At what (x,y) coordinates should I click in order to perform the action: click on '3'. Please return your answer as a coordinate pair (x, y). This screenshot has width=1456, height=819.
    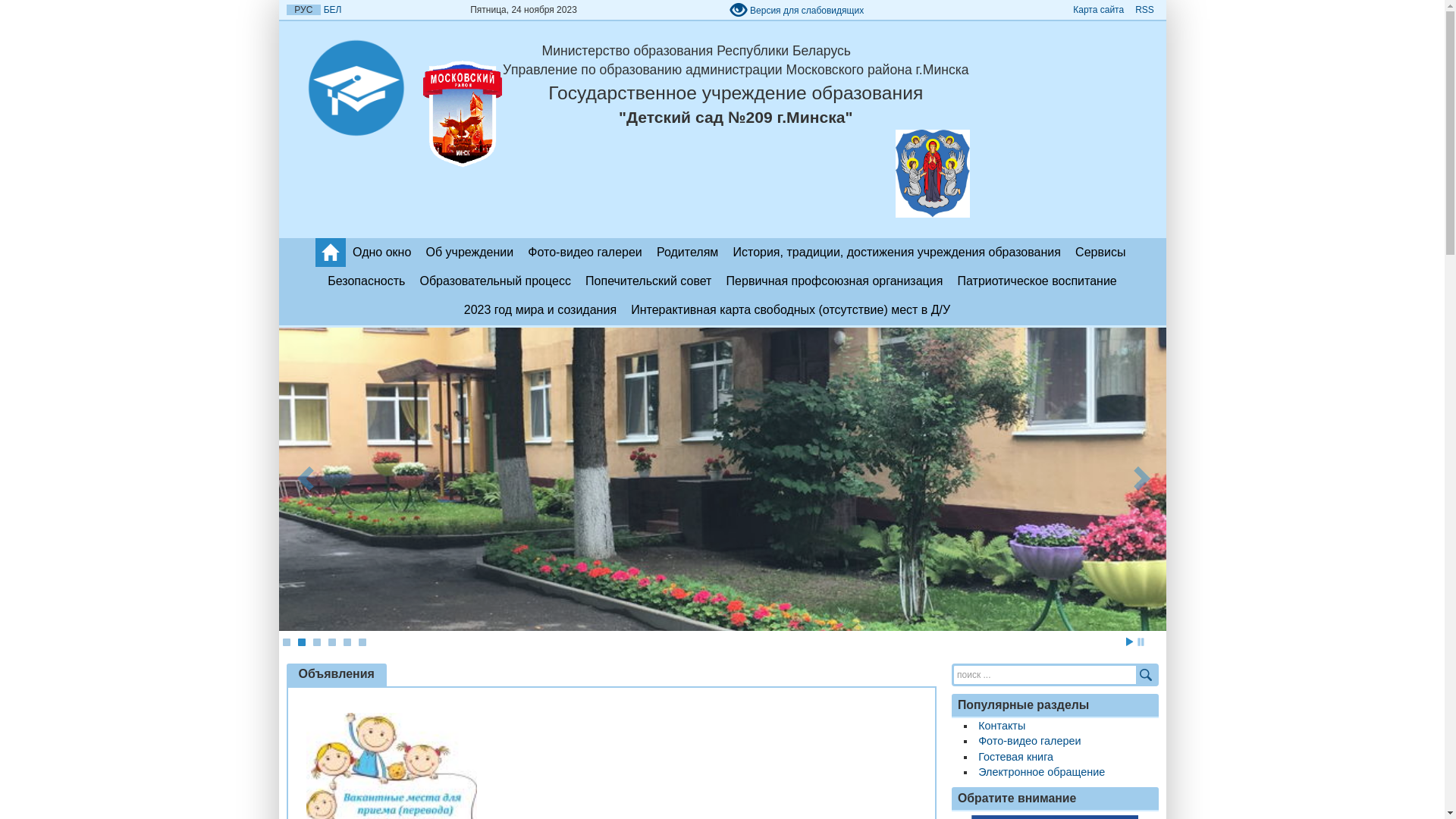
    Looking at the image, I should click on (315, 642).